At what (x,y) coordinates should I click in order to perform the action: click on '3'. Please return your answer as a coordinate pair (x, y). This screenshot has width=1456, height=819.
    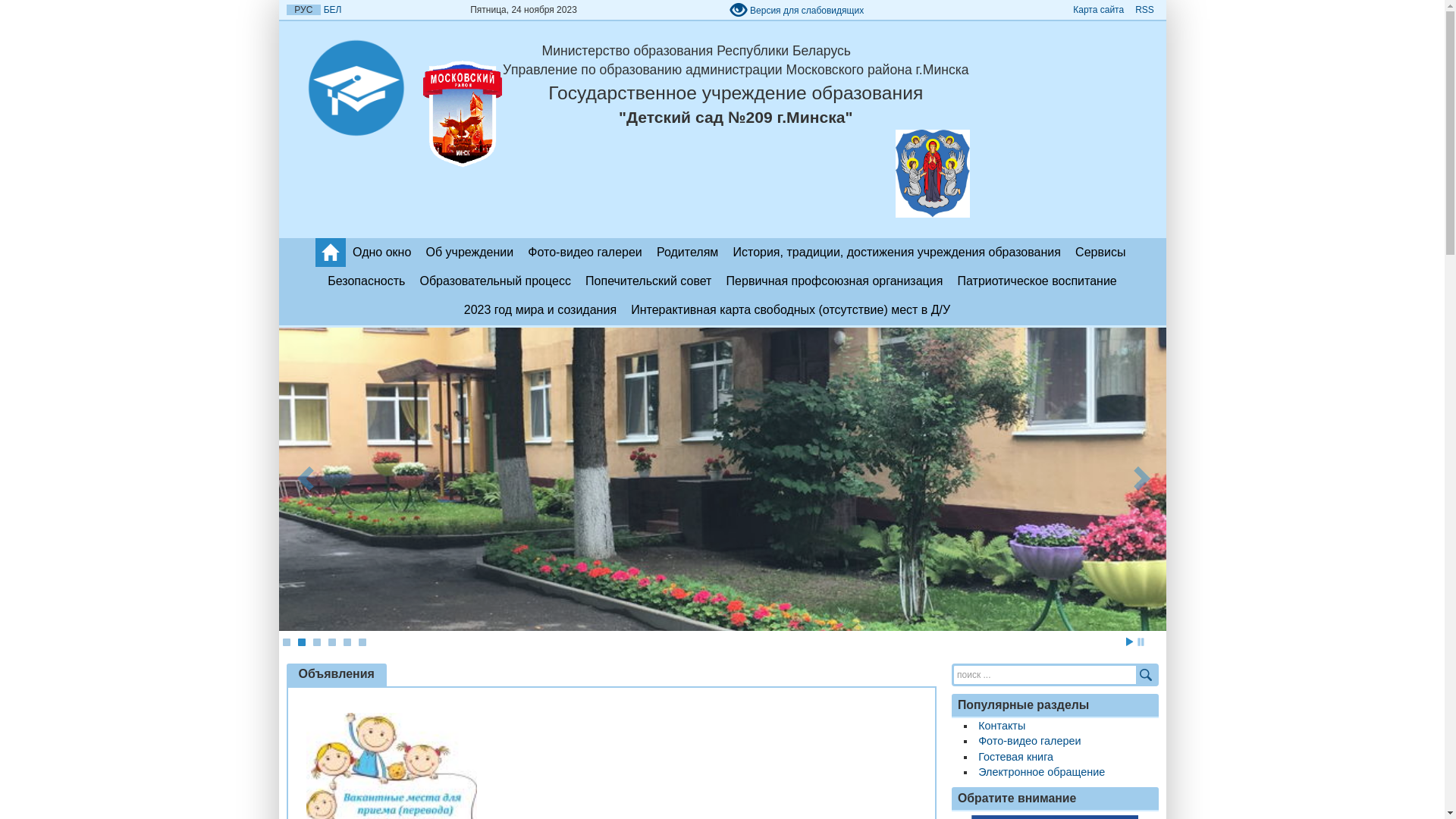
    Looking at the image, I should click on (315, 642).